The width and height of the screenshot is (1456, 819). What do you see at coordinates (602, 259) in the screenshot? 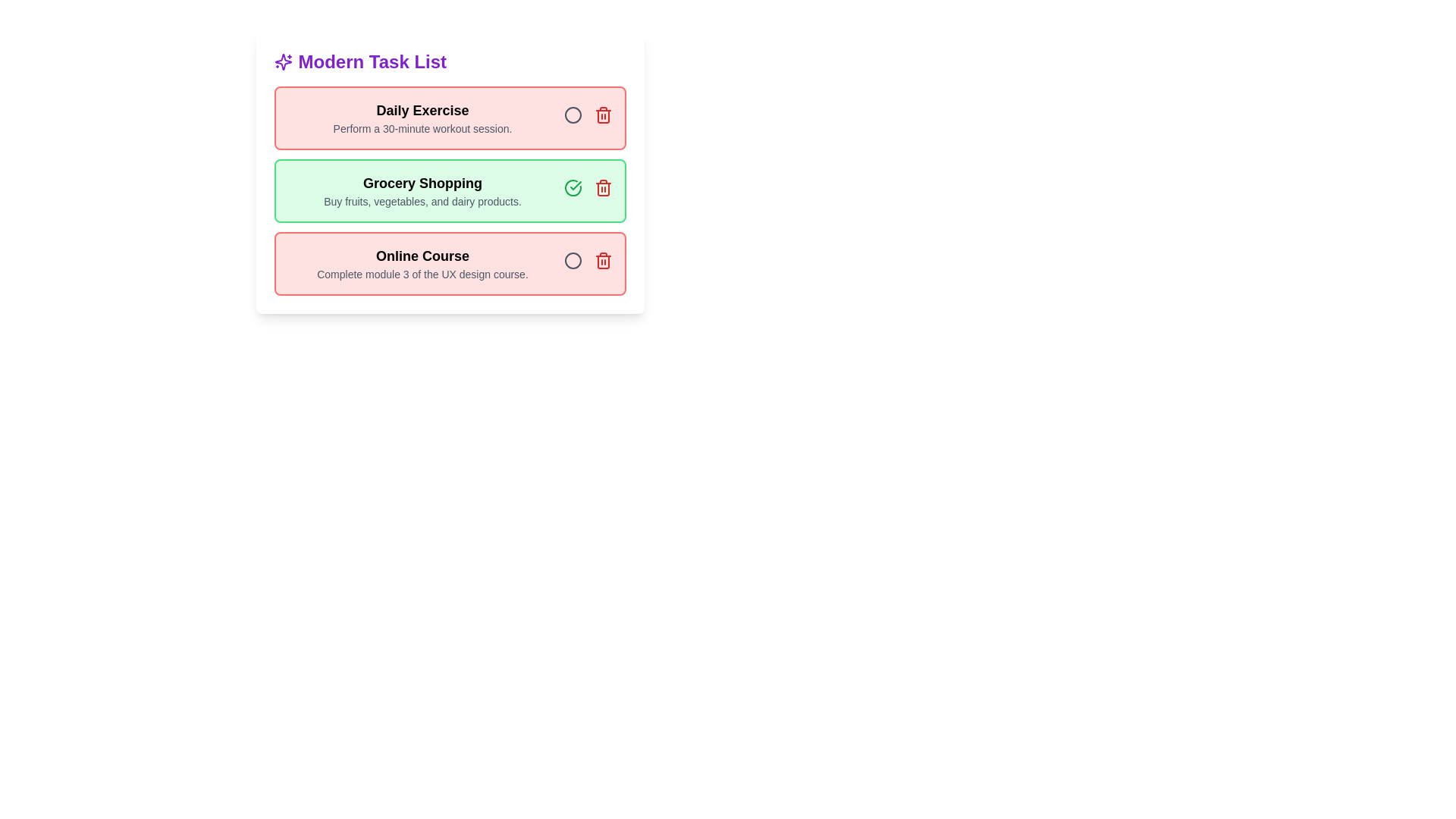
I see `delete button for the task titled 'Online Course'` at bounding box center [602, 259].